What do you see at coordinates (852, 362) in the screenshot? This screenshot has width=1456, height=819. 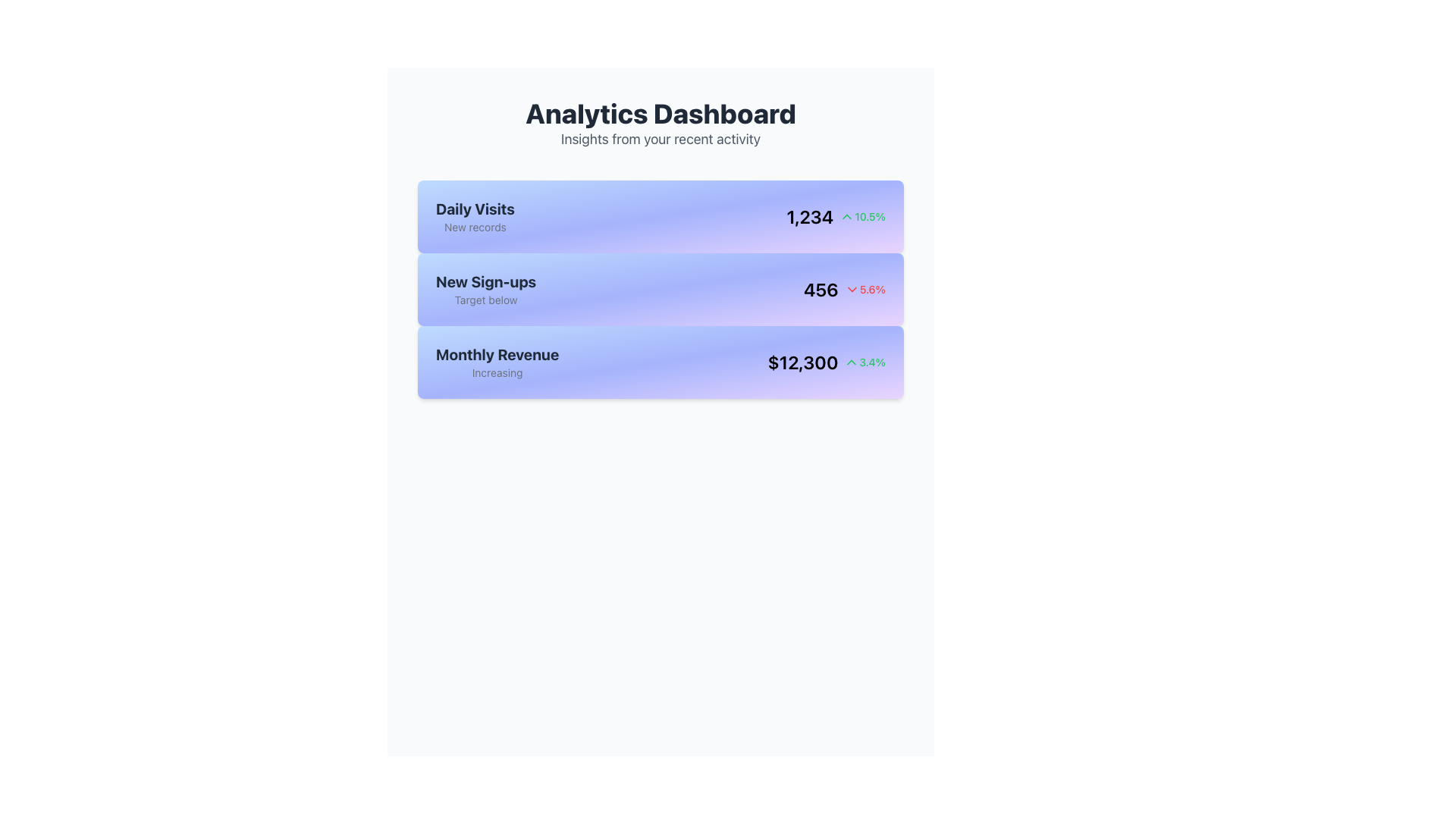 I see `the upward-pointing chevron icon with a green color stroke, located to the left of the text '3.4%' within the 'Monthly Revenue' card` at bounding box center [852, 362].